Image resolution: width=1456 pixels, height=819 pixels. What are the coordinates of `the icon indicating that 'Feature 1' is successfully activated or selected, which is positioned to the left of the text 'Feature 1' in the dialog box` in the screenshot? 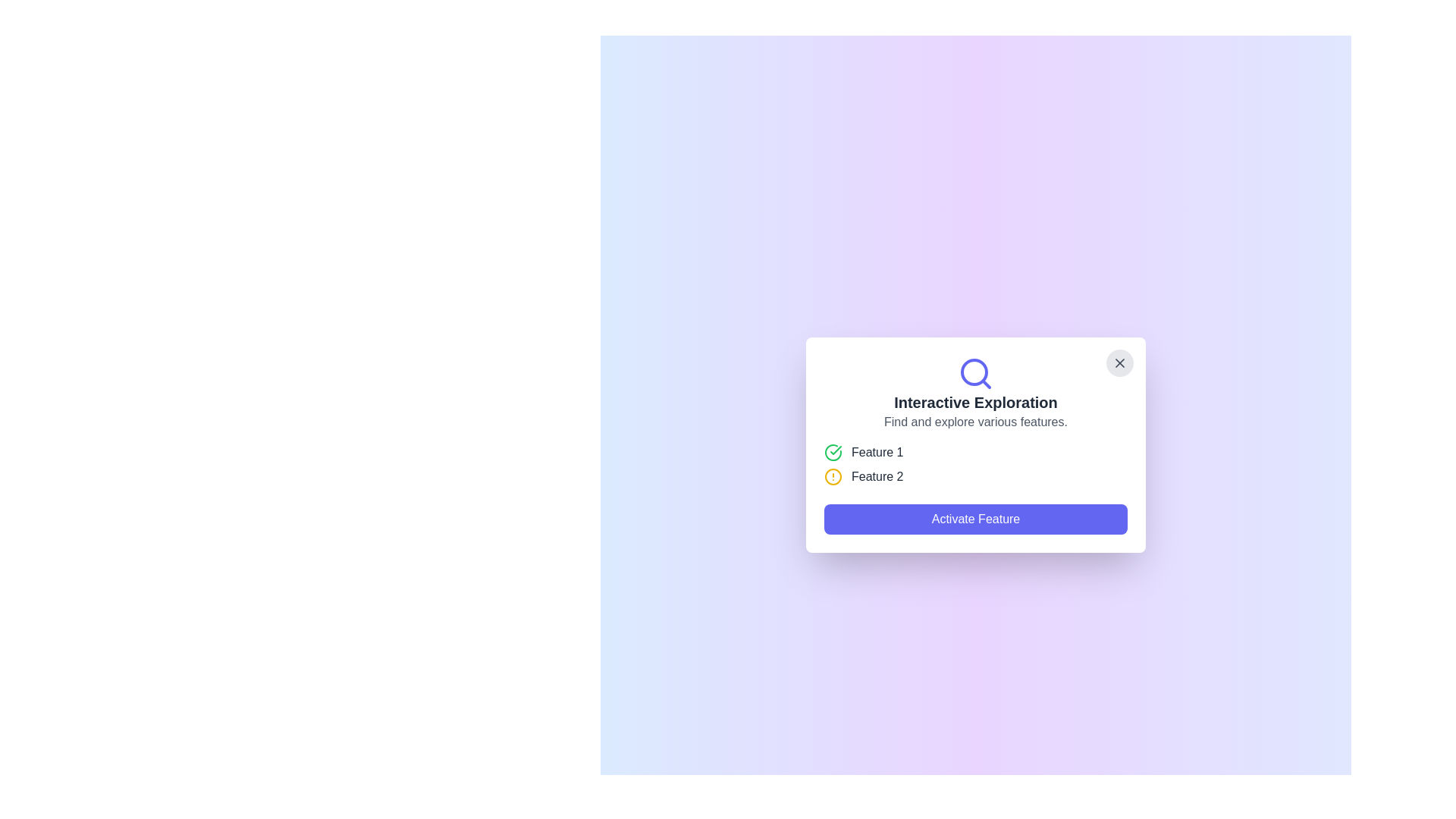 It's located at (833, 452).